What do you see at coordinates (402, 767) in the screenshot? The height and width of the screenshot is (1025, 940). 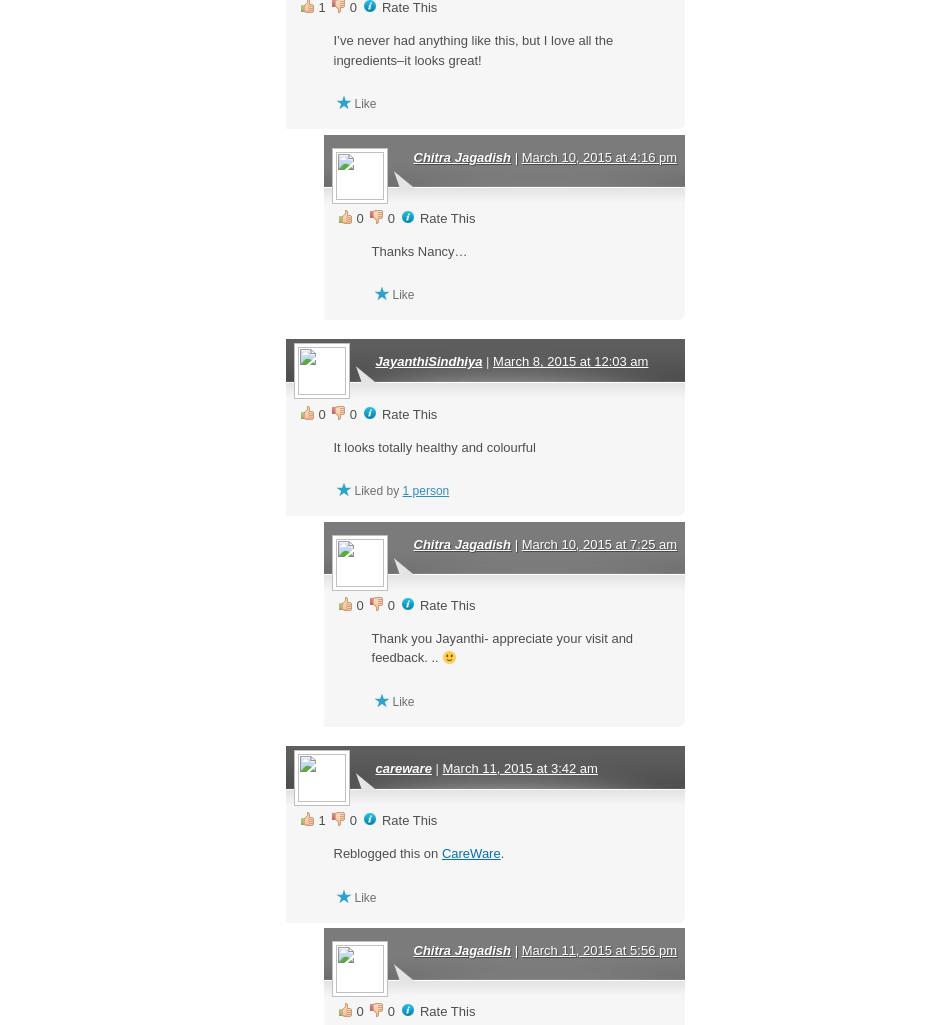 I see `'careware'` at bounding box center [402, 767].